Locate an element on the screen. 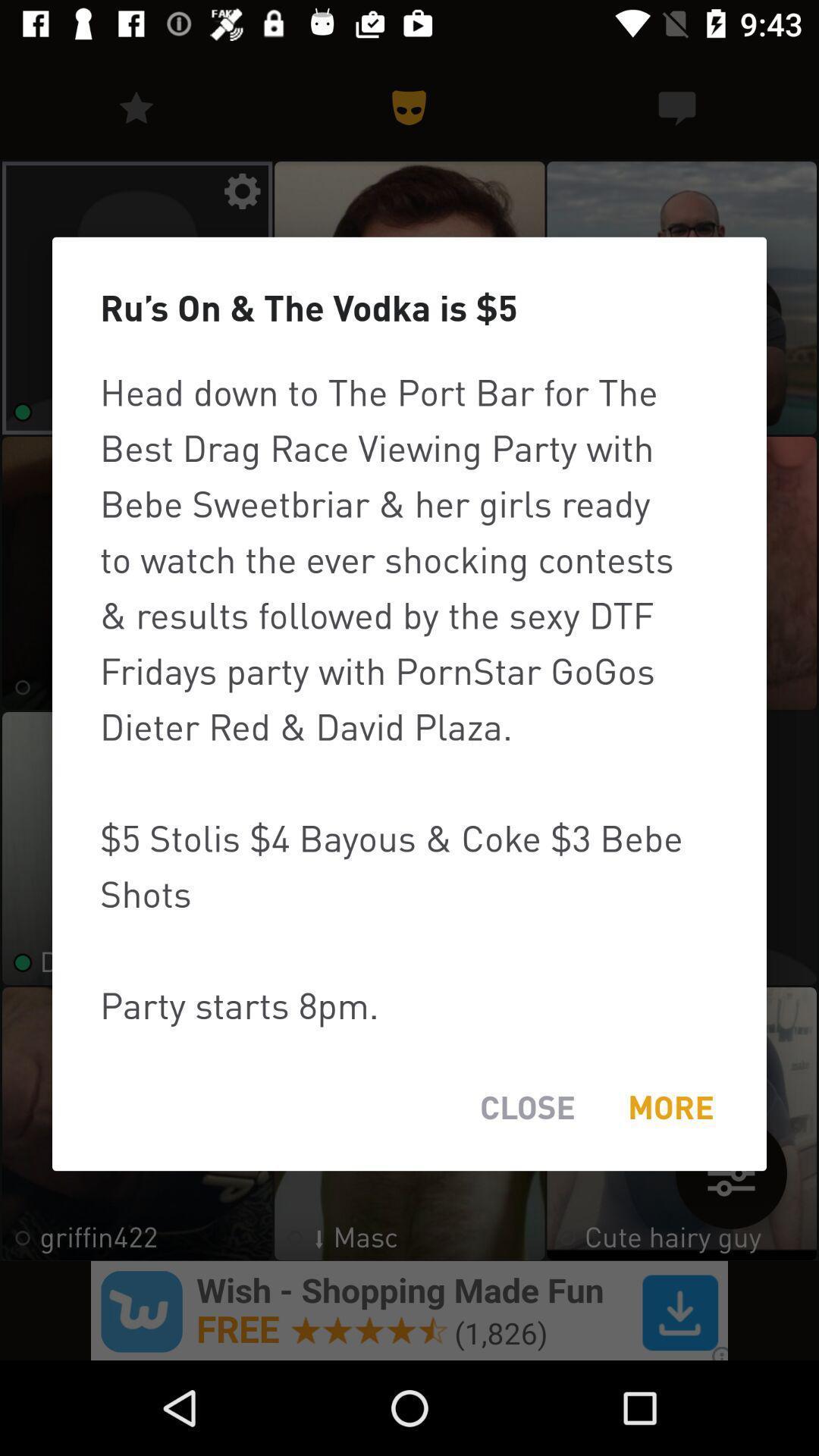 This screenshot has height=1456, width=819. head down to item is located at coordinates (409, 698).